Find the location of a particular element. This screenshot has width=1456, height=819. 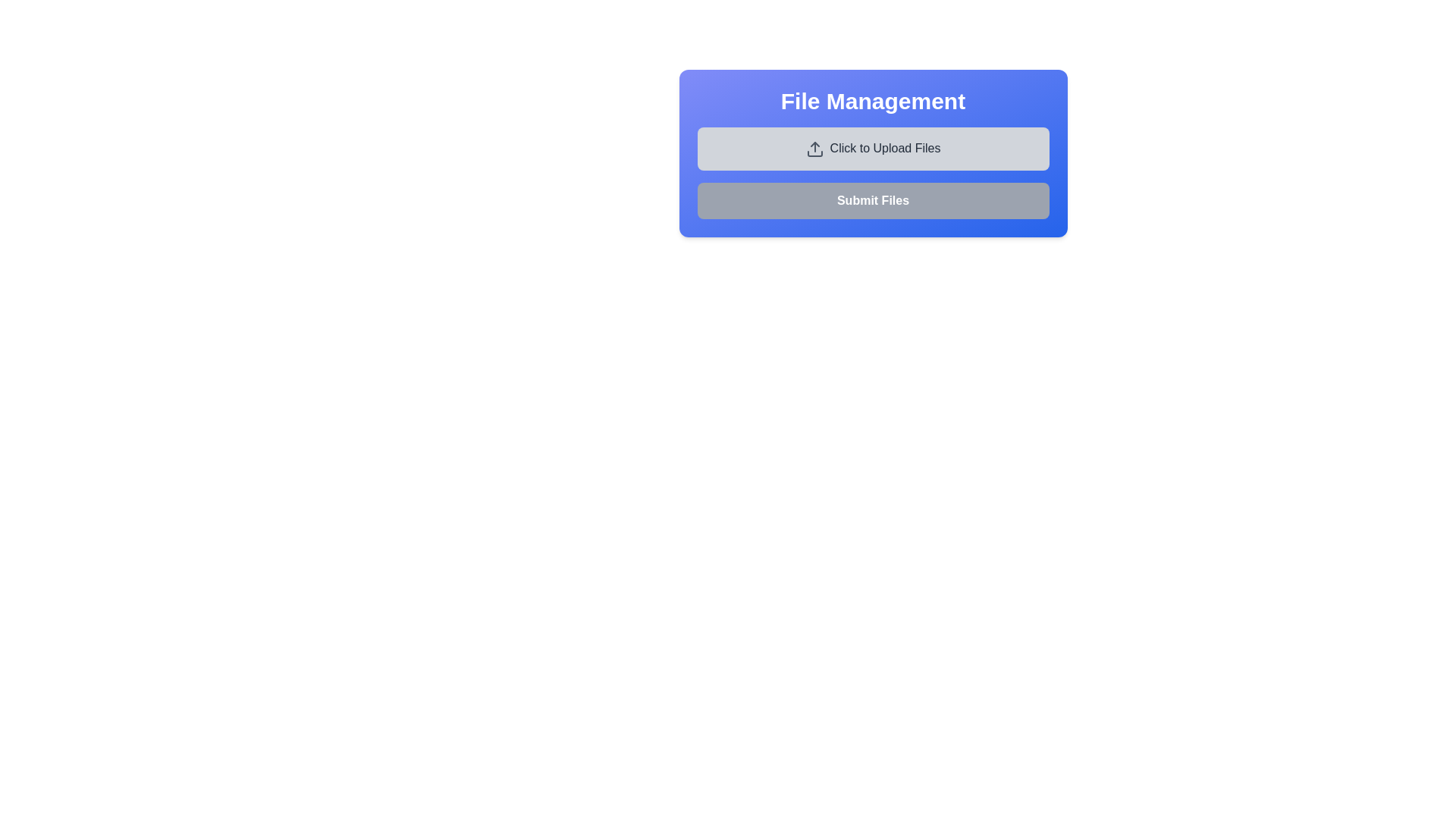

the large rectangular button labeled 'Click to Upload Files' is located at coordinates (873, 149).